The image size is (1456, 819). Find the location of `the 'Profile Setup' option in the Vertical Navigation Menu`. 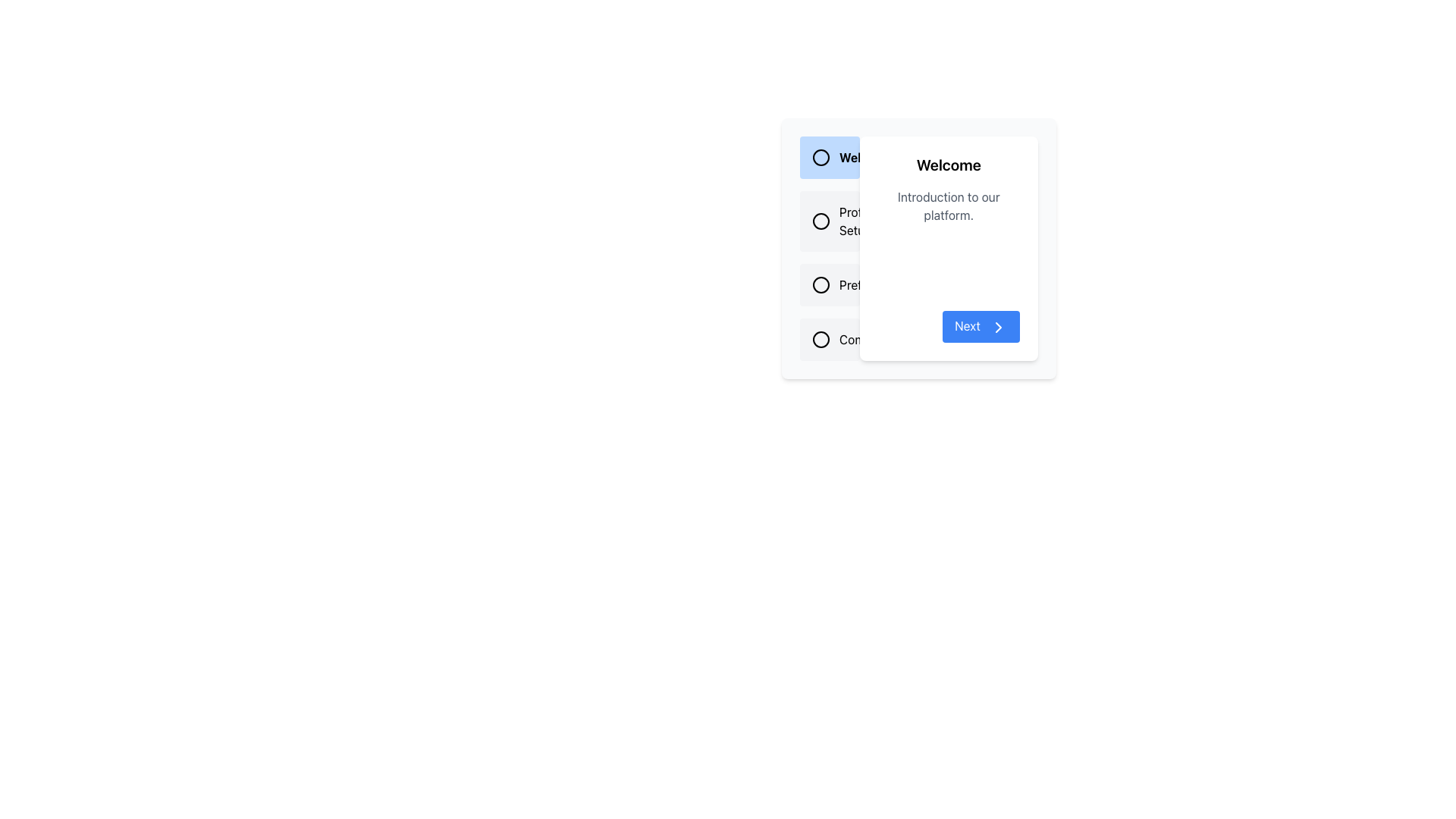

the 'Profile Setup' option in the Vertical Navigation Menu is located at coordinates (829, 247).